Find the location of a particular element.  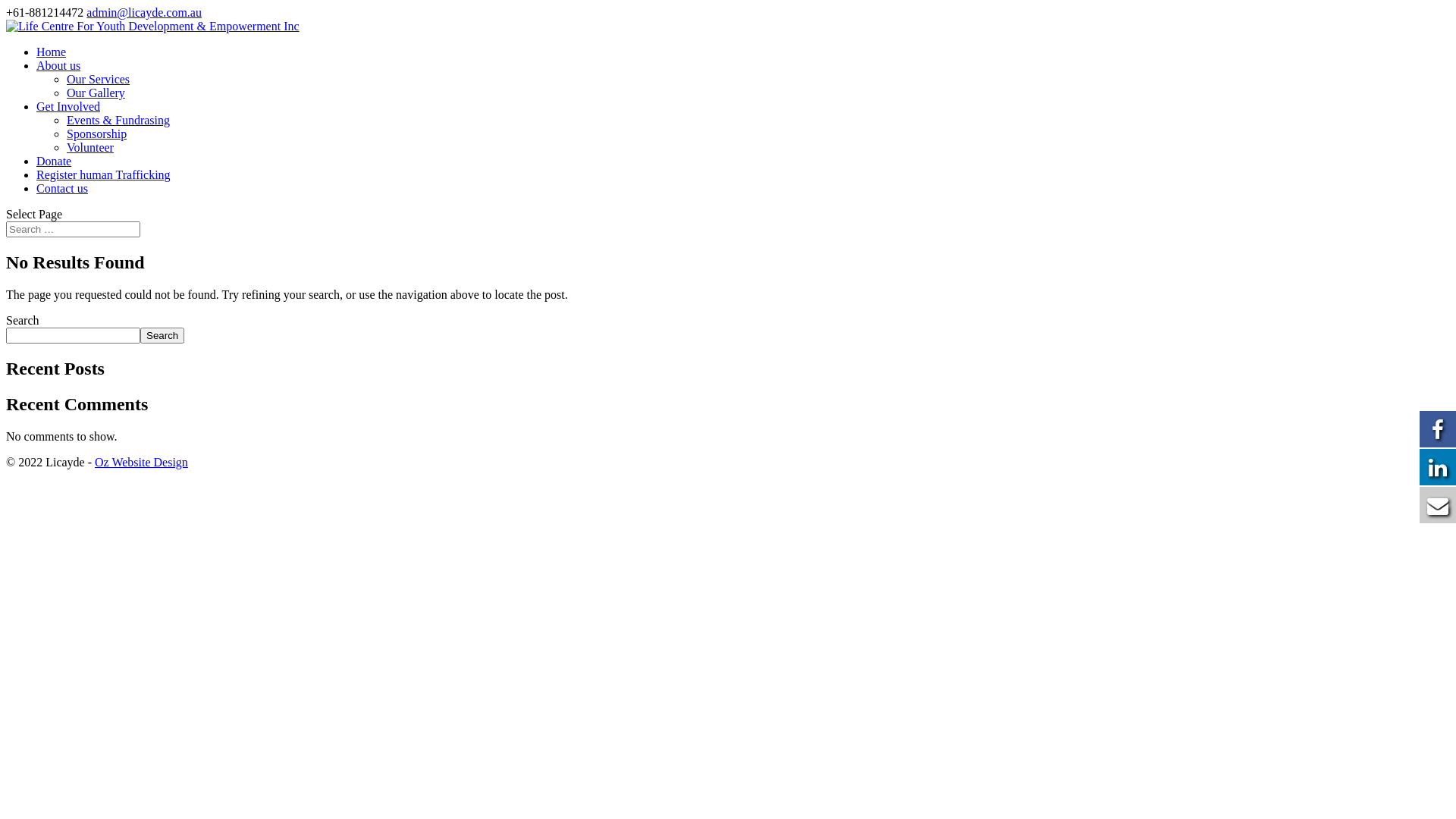

'Home' is located at coordinates (51, 51).